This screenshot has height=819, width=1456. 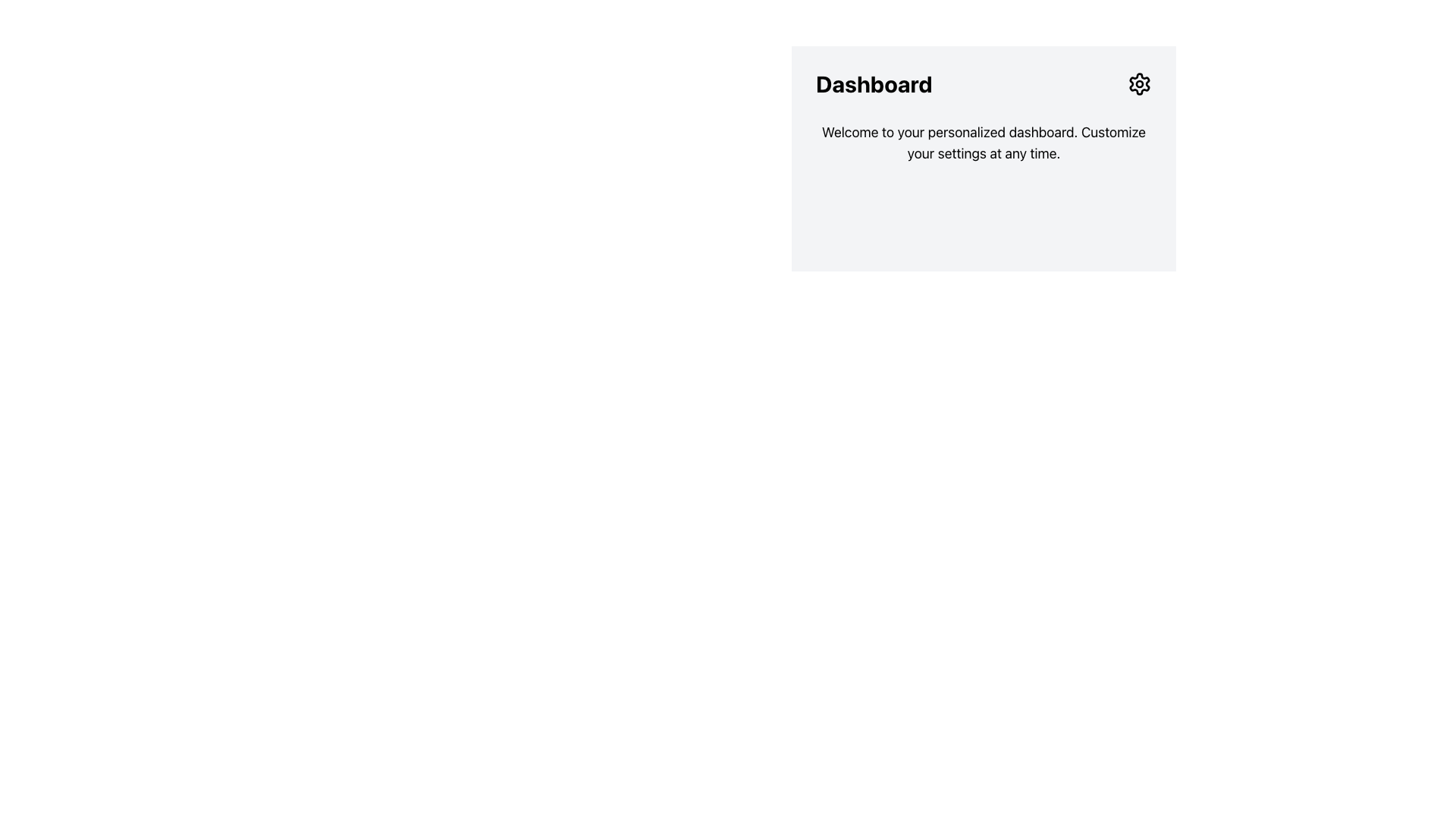 What do you see at coordinates (874, 84) in the screenshot?
I see `the large, bold text label 'Dashboard' located at the upper left part of the section` at bounding box center [874, 84].